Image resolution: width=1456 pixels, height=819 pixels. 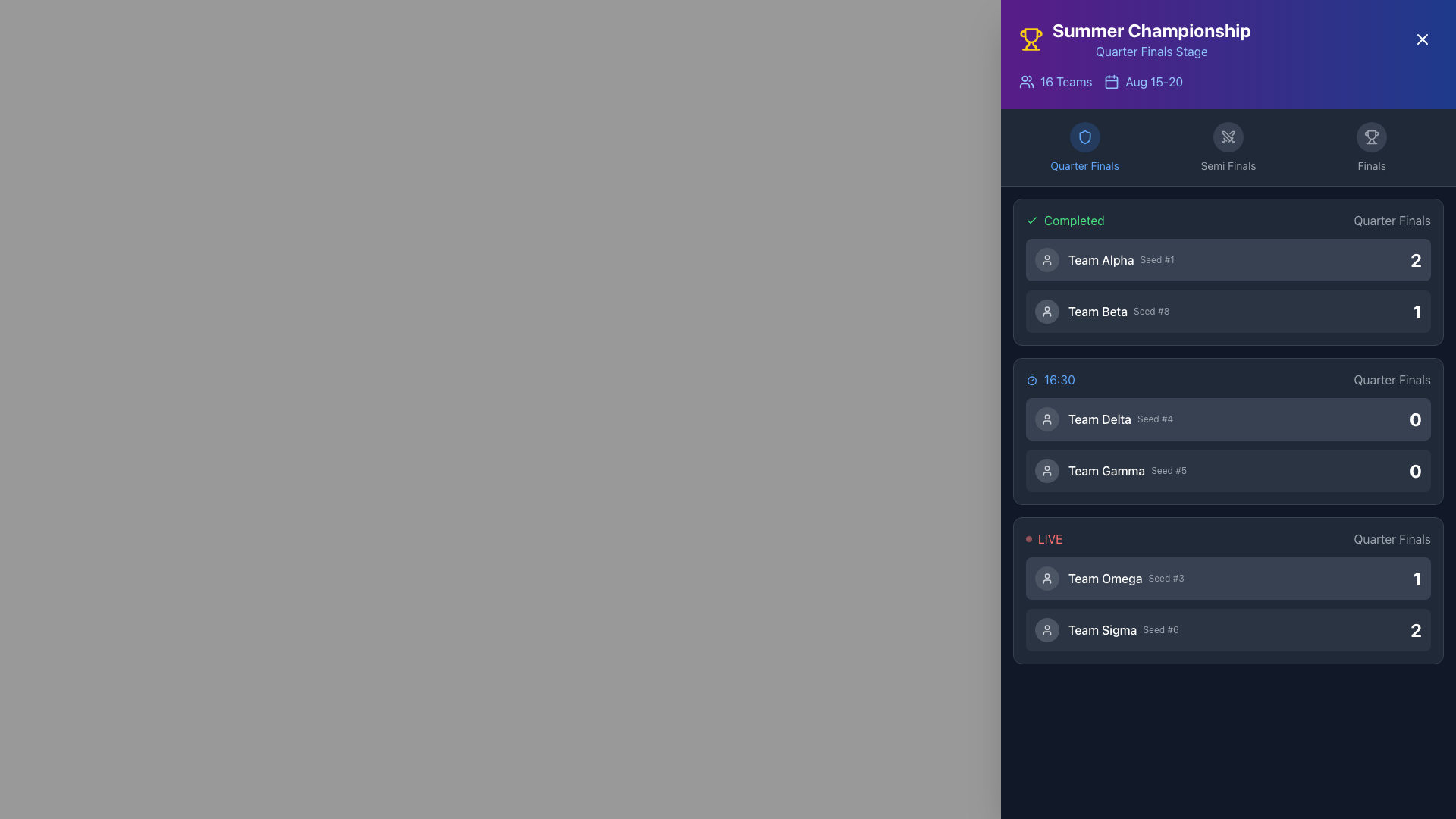 I want to click on text label displaying 'Semi Finals' in a small, light gray font located in the navigation bar below the 'Summer Championship' section header, so click(x=1228, y=166).